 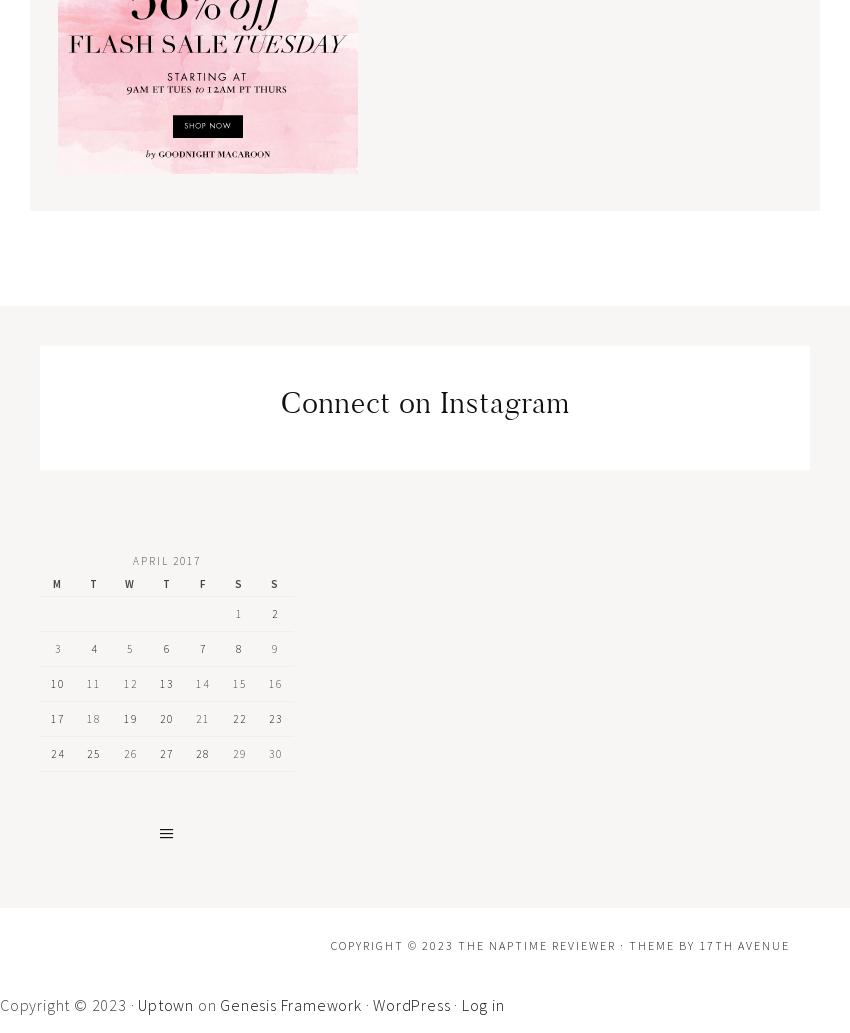 What do you see at coordinates (167, 718) in the screenshot?
I see `'20'` at bounding box center [167, 718].